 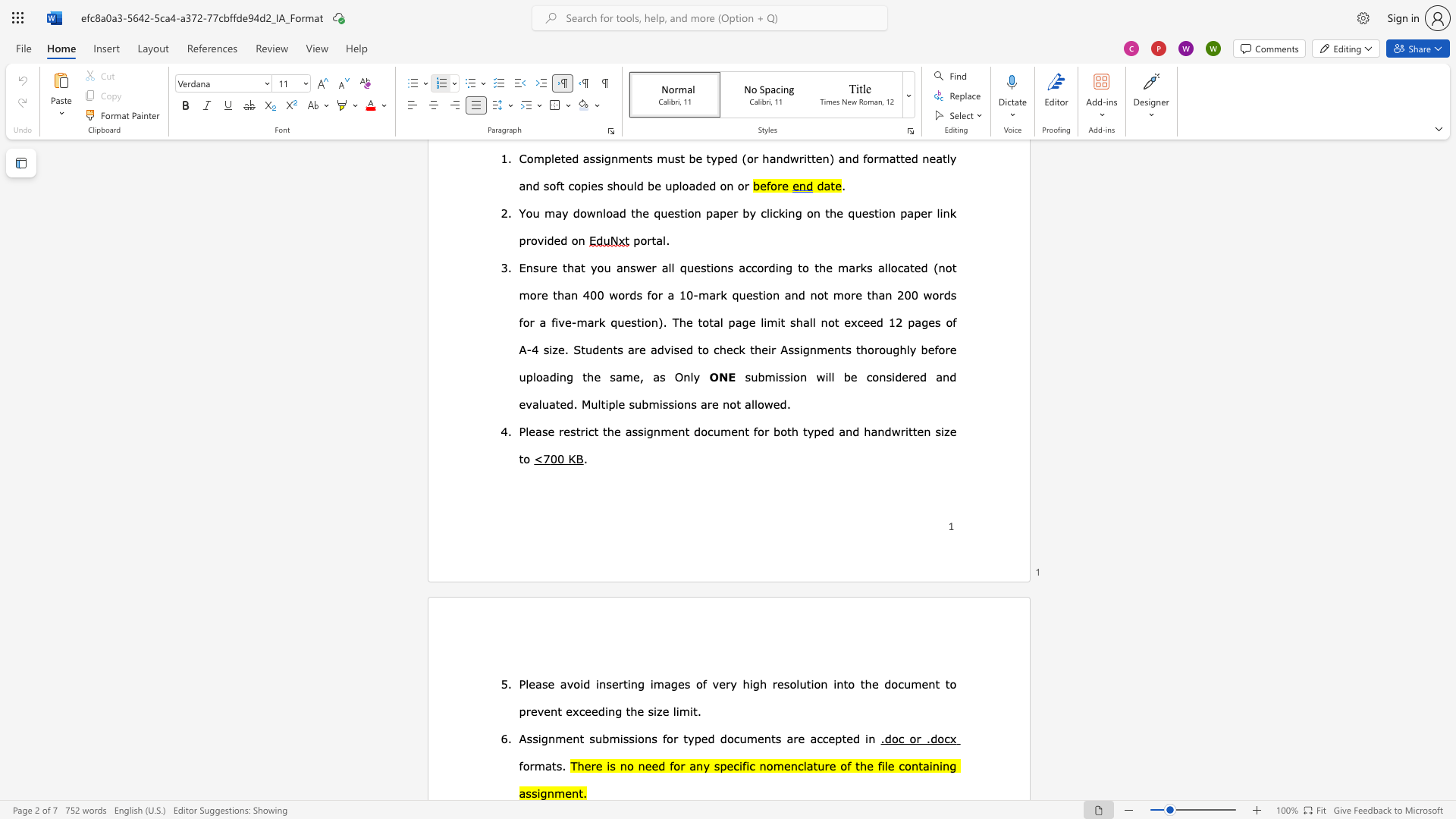 I want to click on the 1th character "g" in the text, so click(x=544, y=792).